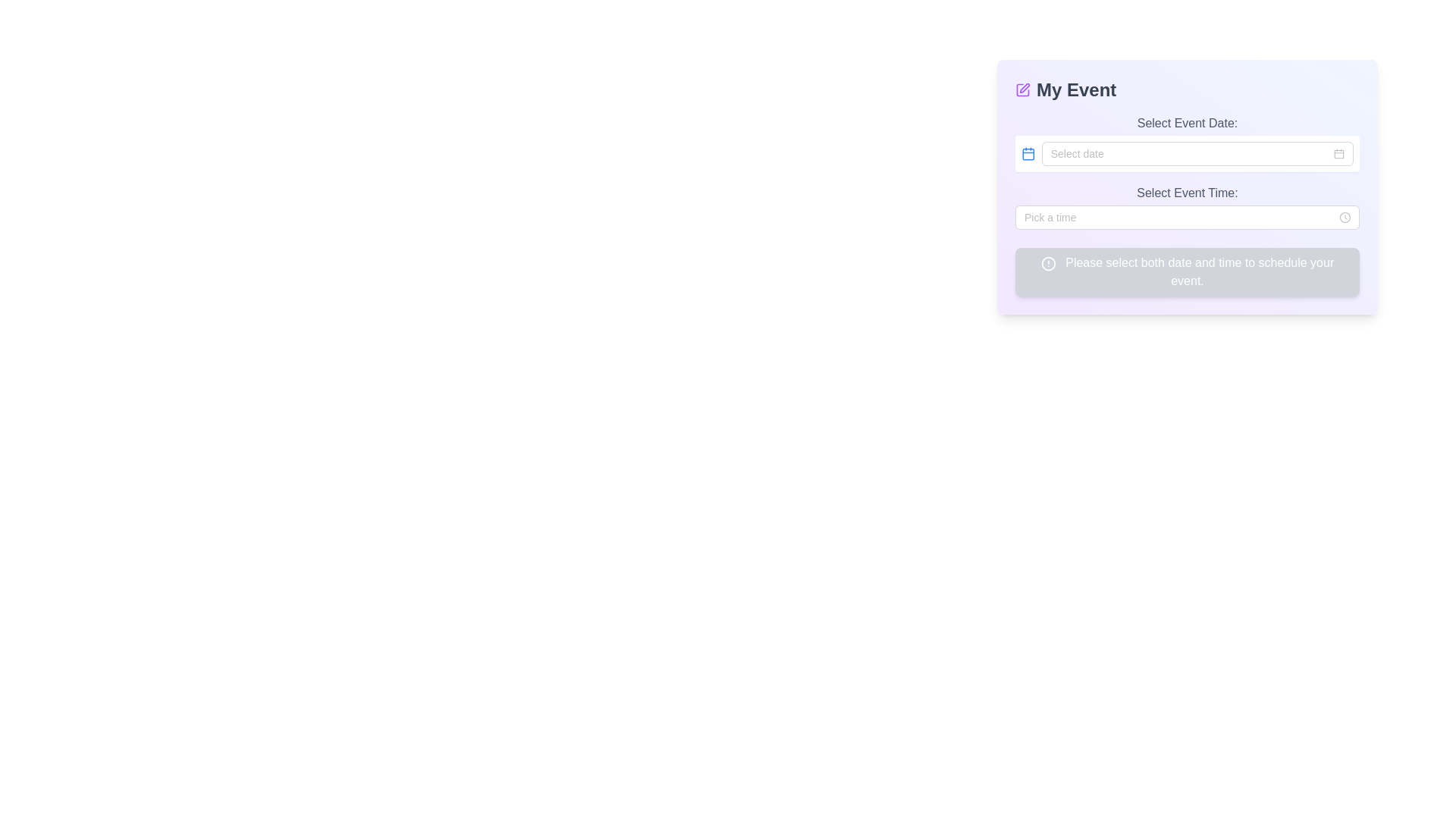 The height and width of the screenshot is (819, 1456). Describe the element at coordinates (1339, 154) in the screenshot. I see `the Calendar icon located to the right of the 'Select Event Date' text input box in the 'My Event' form` at that location.